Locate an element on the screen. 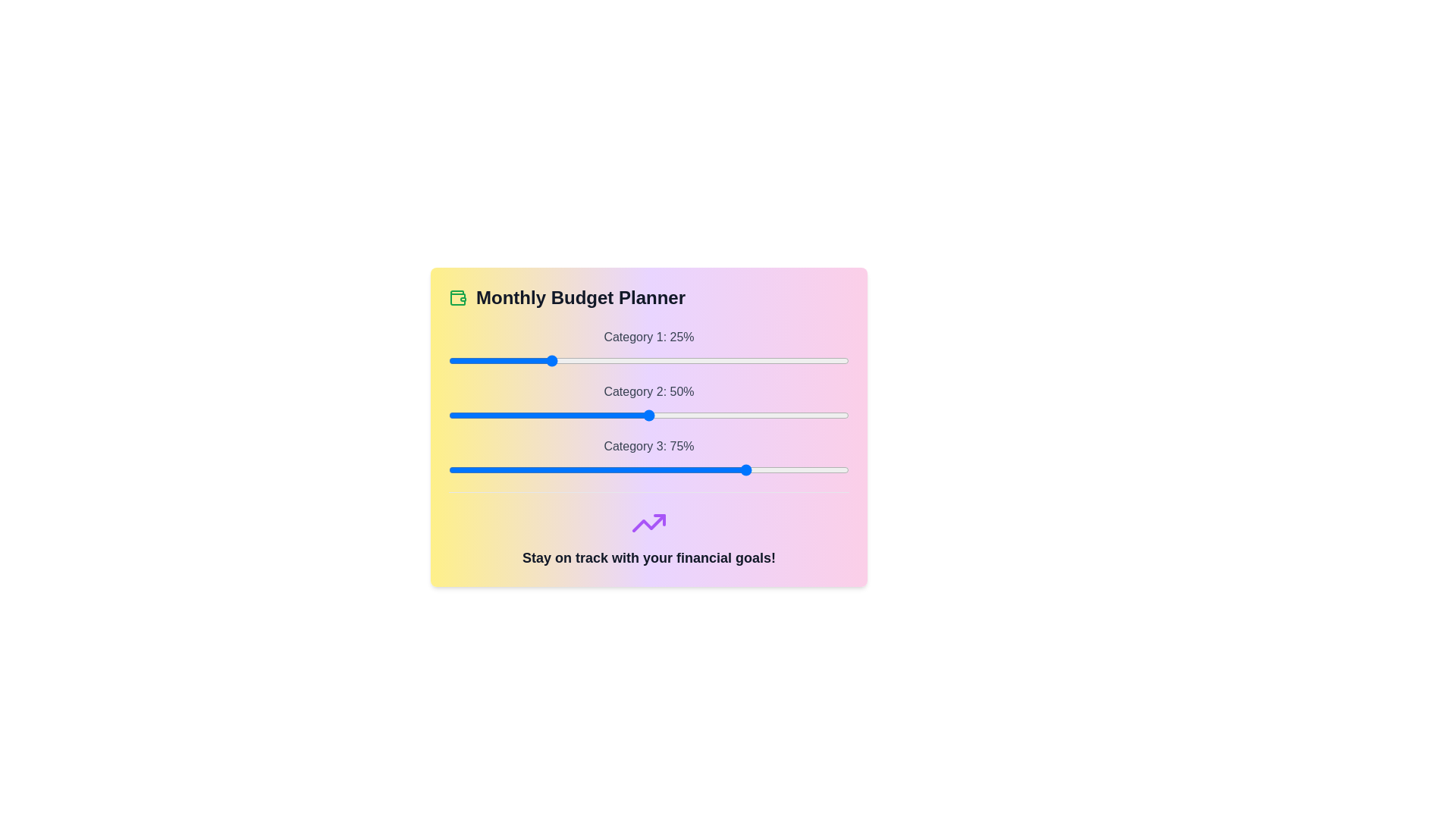 The image size is (1456, 819). the slider for Category 2 to 98% is located at coordinates (840, 415).